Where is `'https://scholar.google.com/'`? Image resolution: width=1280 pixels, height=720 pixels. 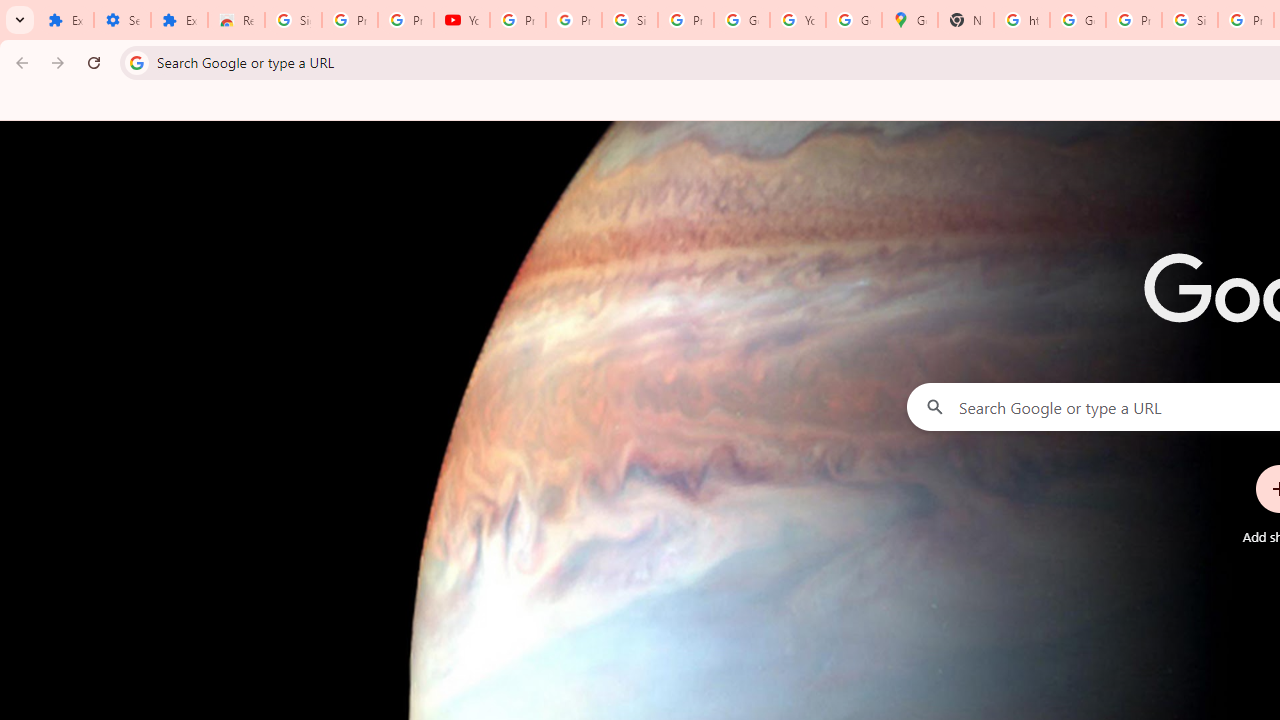
'https://scholar.google.com/' is located at coordinates (1022, 20).